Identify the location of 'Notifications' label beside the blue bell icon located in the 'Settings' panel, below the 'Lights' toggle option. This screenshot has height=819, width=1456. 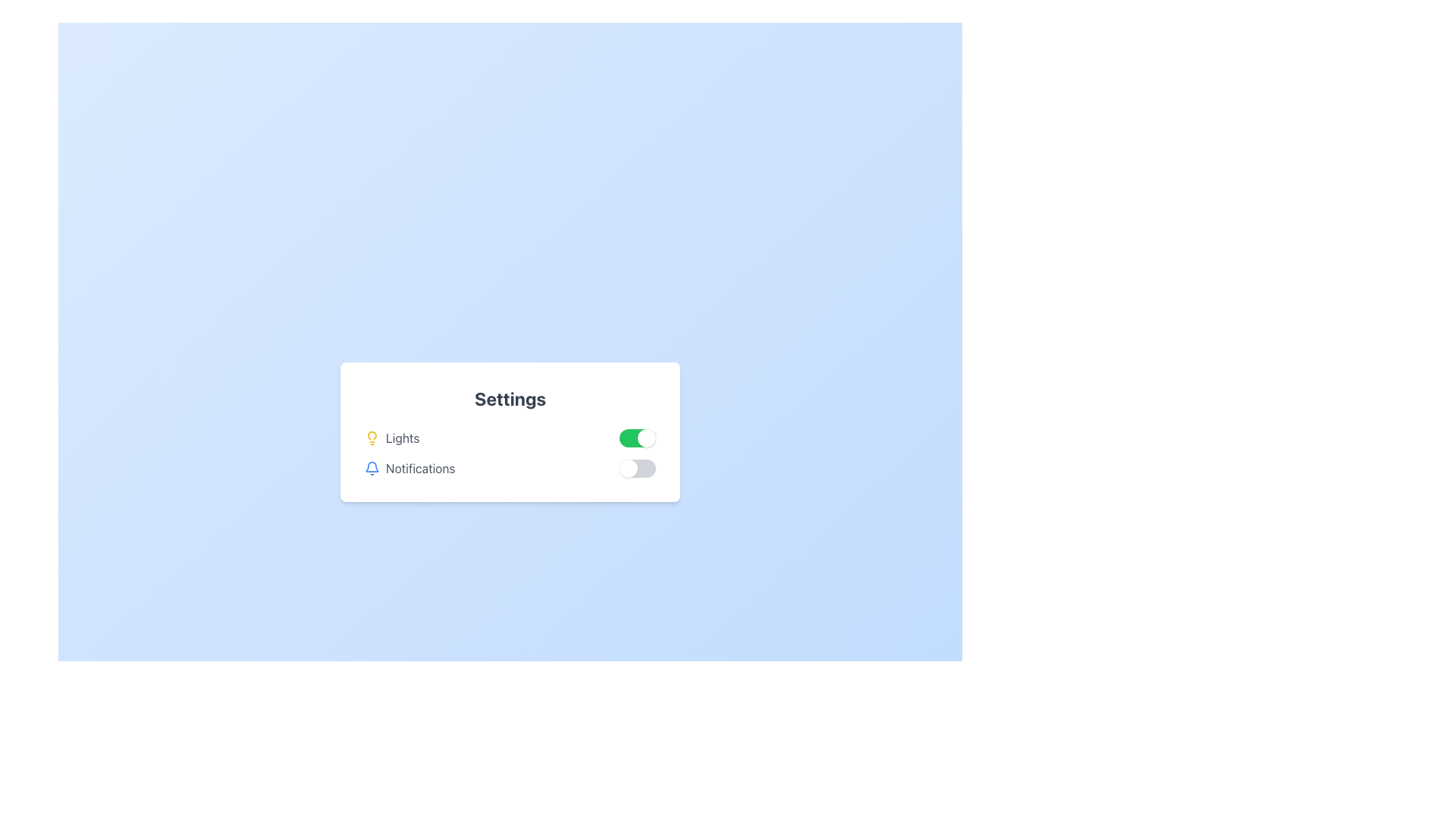
(409, 467).